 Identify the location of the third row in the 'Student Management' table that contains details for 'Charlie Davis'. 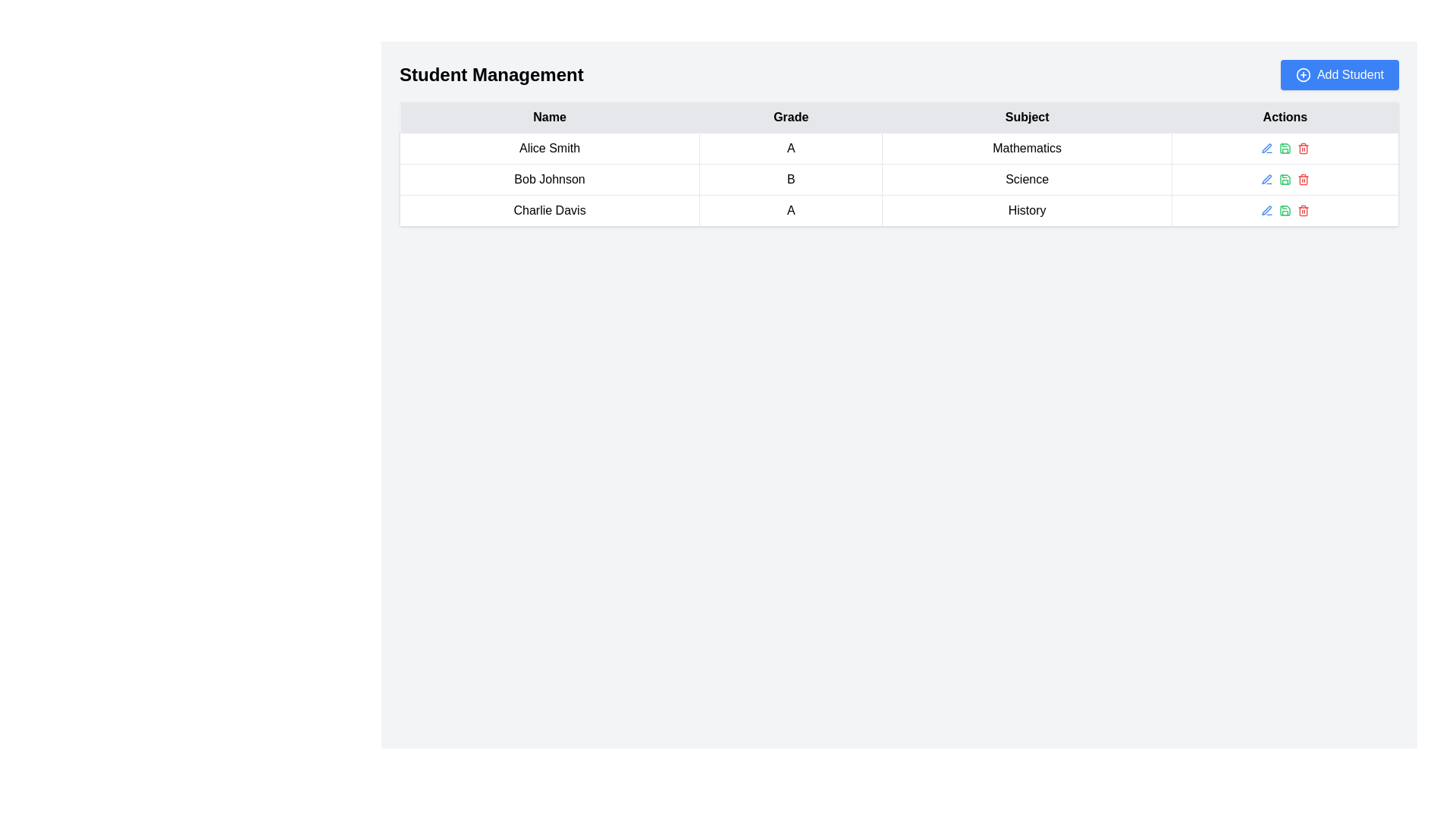
(899, 210).